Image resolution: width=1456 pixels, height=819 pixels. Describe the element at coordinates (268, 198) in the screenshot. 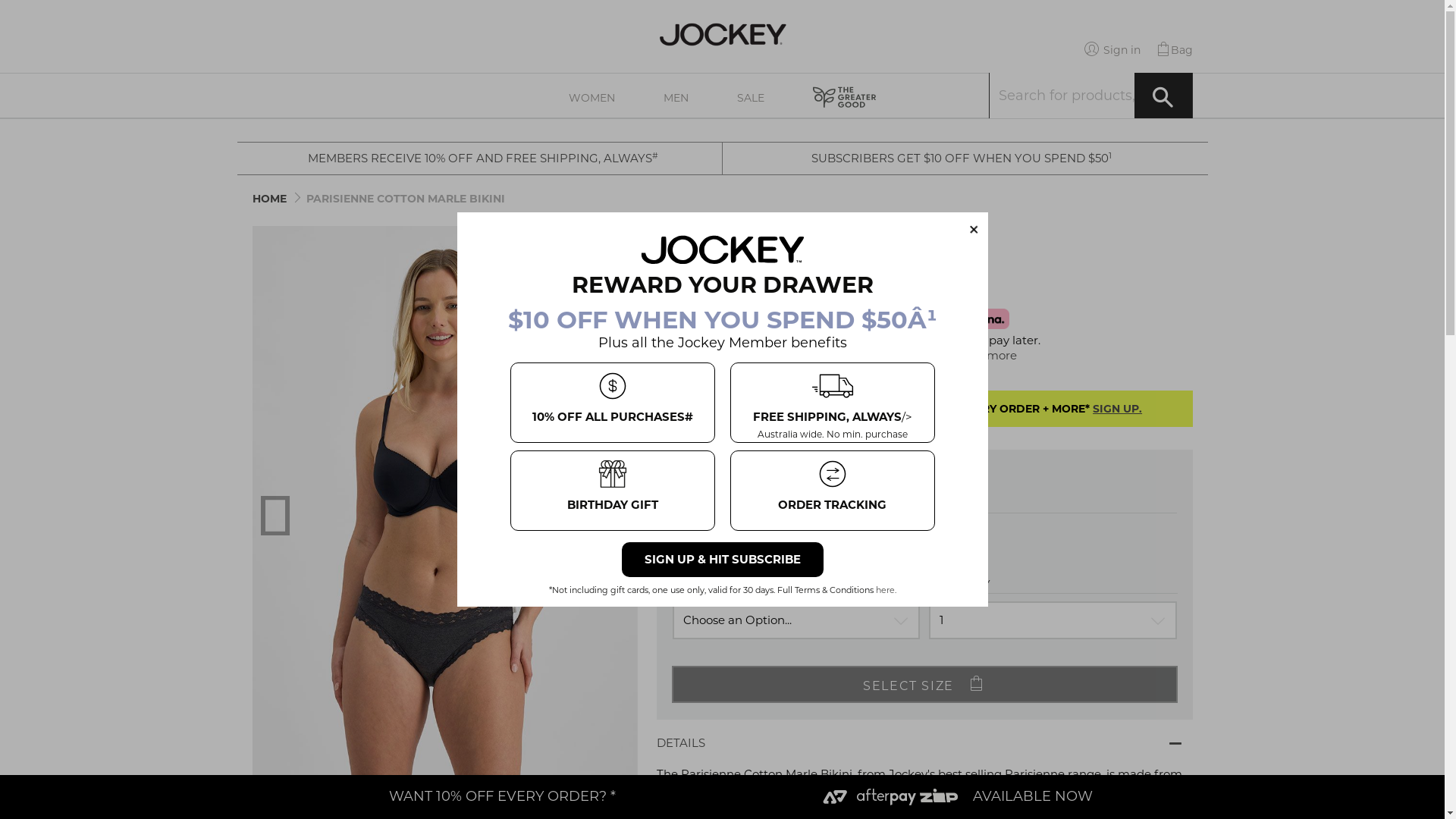

I see `'HOME'` at that location.